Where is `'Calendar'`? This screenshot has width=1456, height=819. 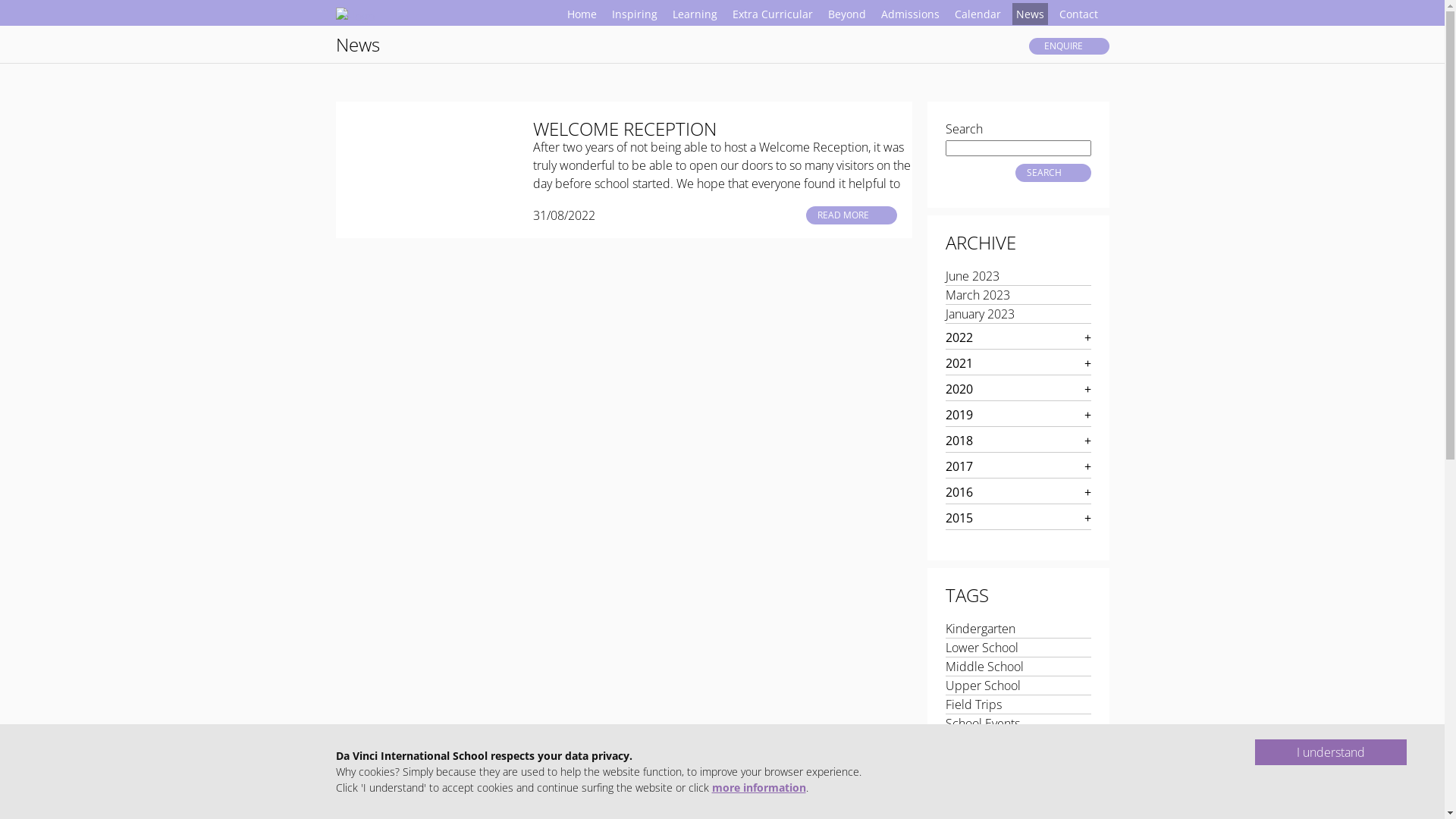
'Calendar' is located at coordinates (977, 14).